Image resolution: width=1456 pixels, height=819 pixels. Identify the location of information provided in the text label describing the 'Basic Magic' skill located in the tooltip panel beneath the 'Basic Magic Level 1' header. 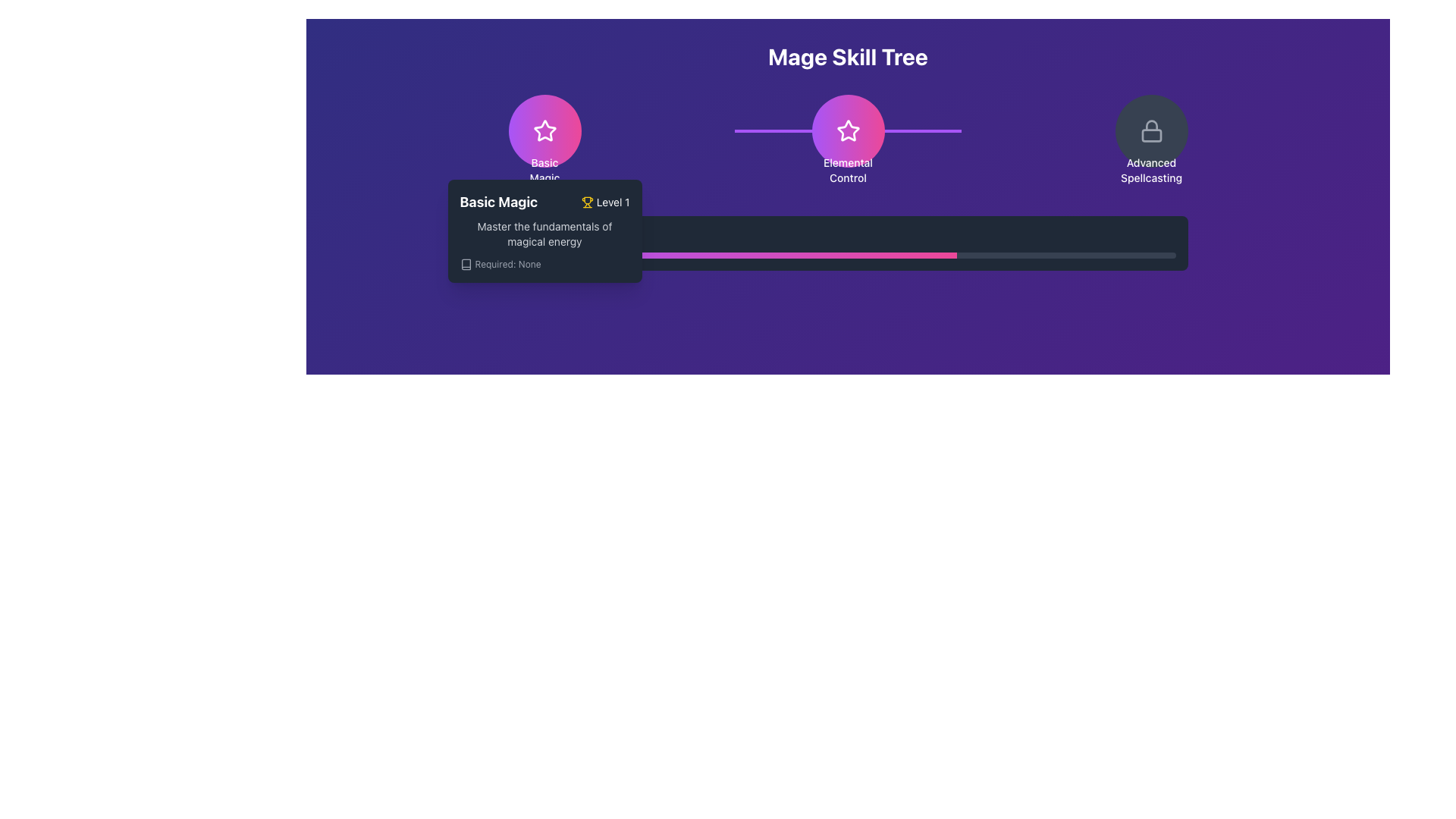
(544, 234).